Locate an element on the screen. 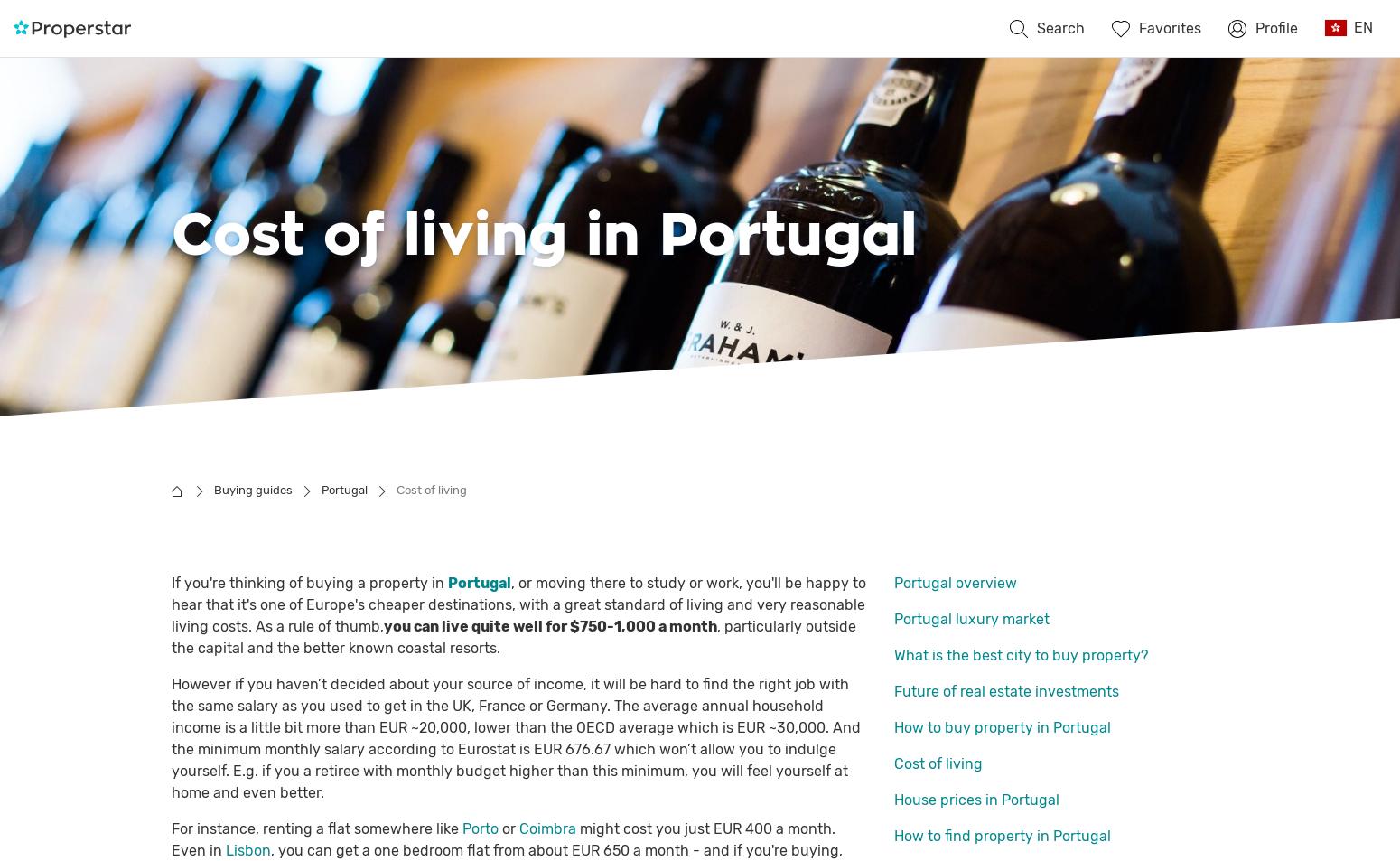 The image size is (1400, 861). 'Porto' is located at coordinates (479, 828).